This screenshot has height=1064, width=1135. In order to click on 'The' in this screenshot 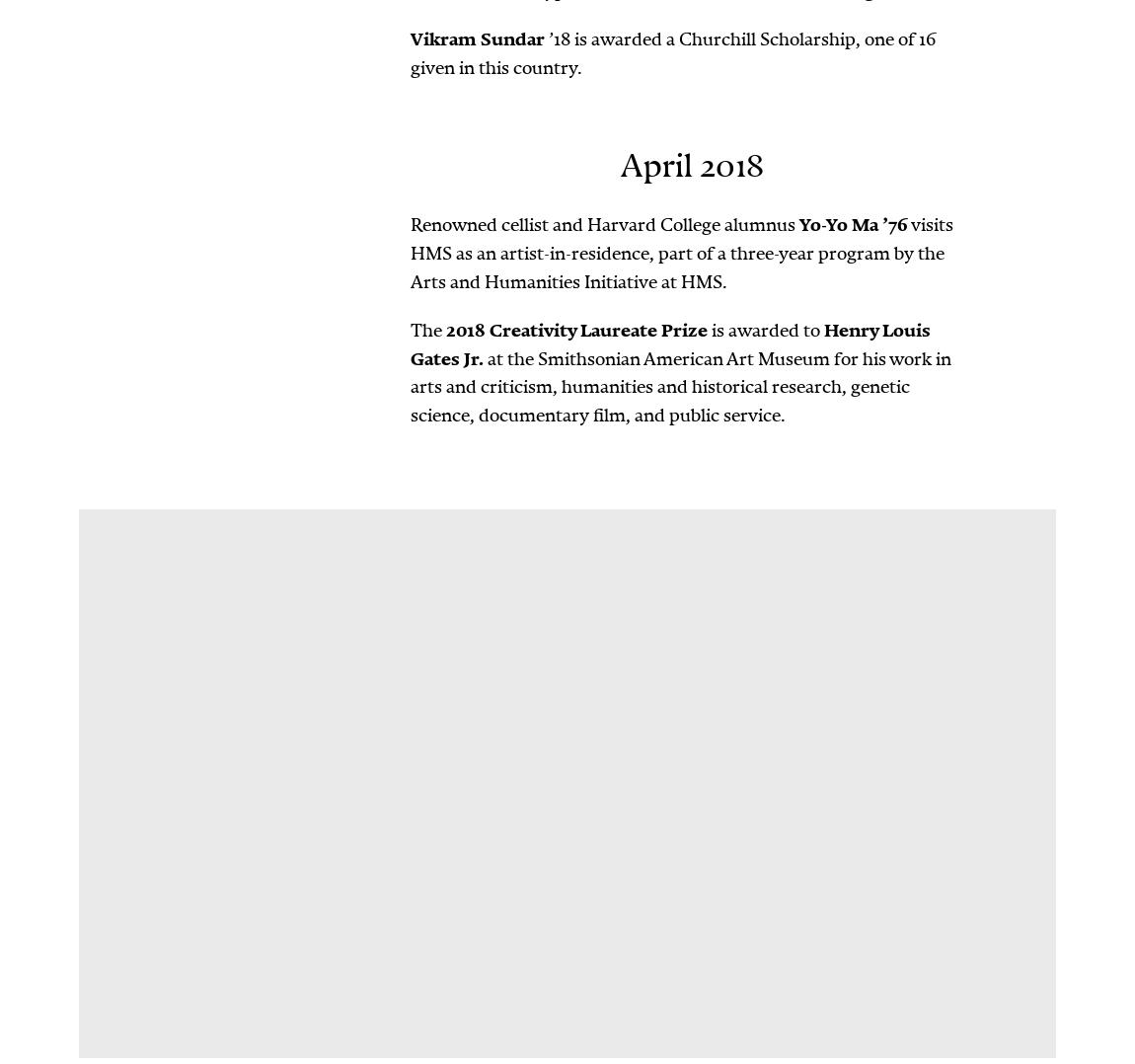, I will do `click(428, 328)`.